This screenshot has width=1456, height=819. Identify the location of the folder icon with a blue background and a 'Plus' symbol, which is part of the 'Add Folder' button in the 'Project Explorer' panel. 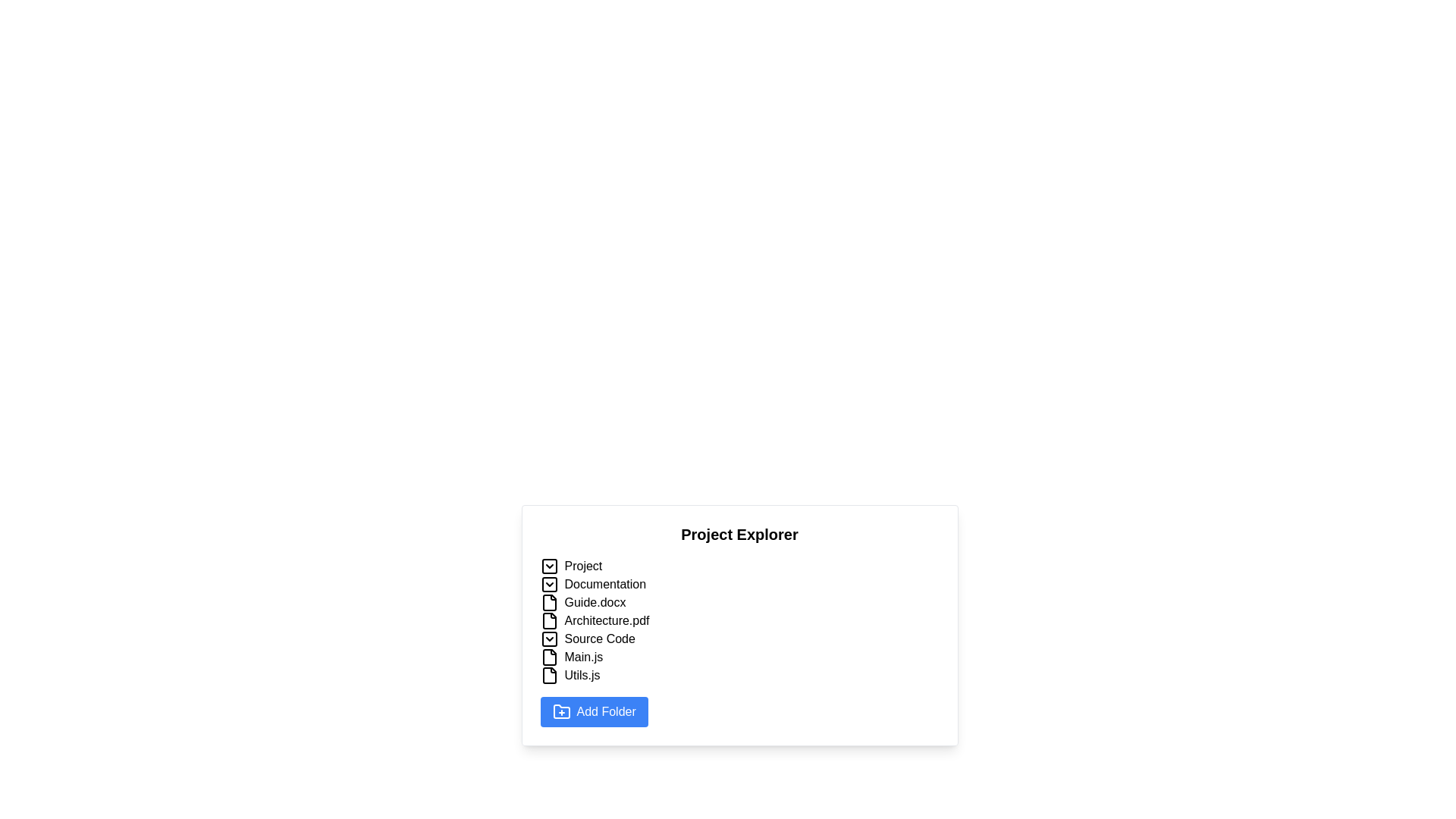
(560, 711).